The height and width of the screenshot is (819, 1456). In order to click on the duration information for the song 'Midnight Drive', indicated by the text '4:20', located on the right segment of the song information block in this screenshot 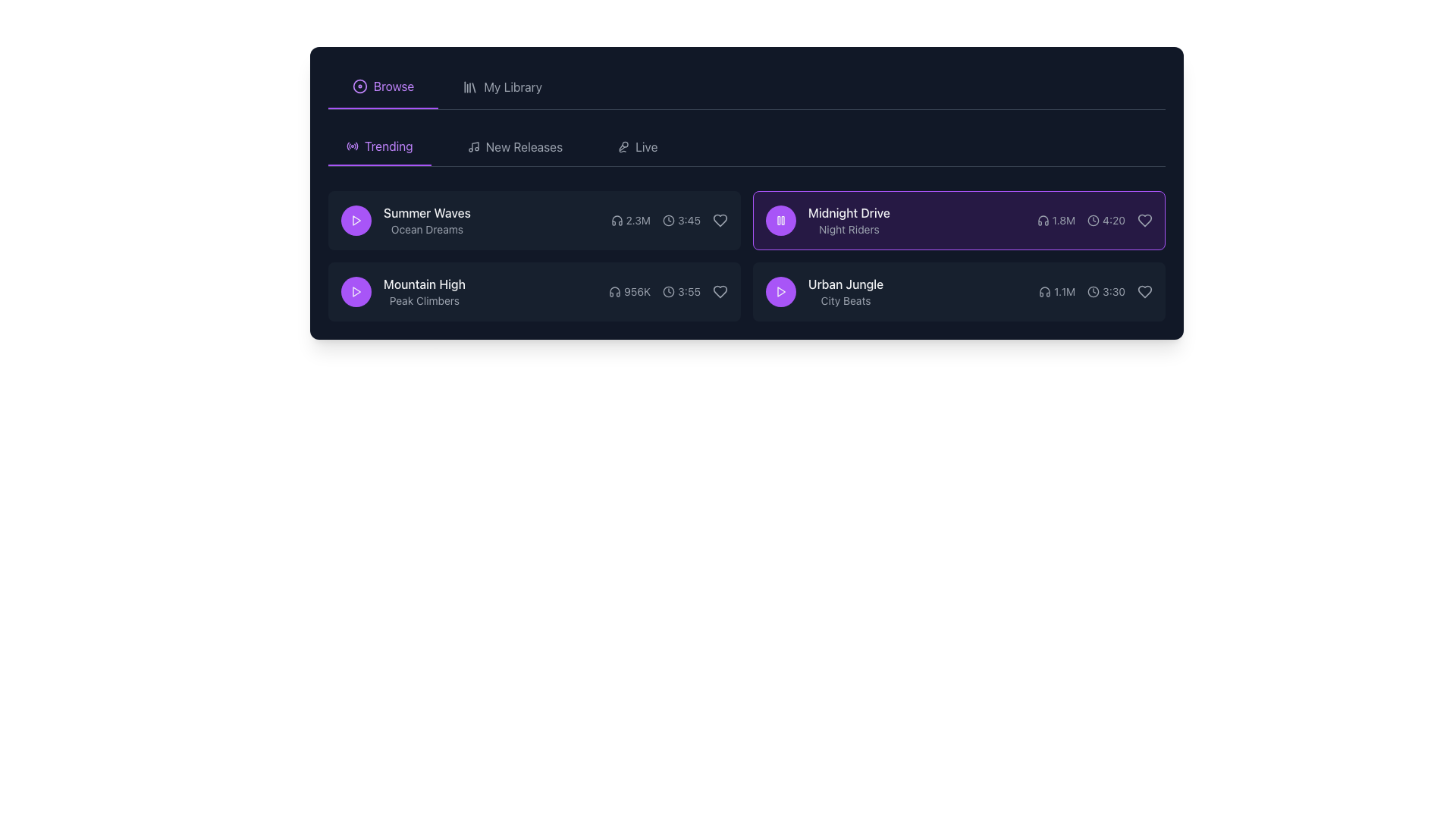, I will do `click(1094, 220)`.